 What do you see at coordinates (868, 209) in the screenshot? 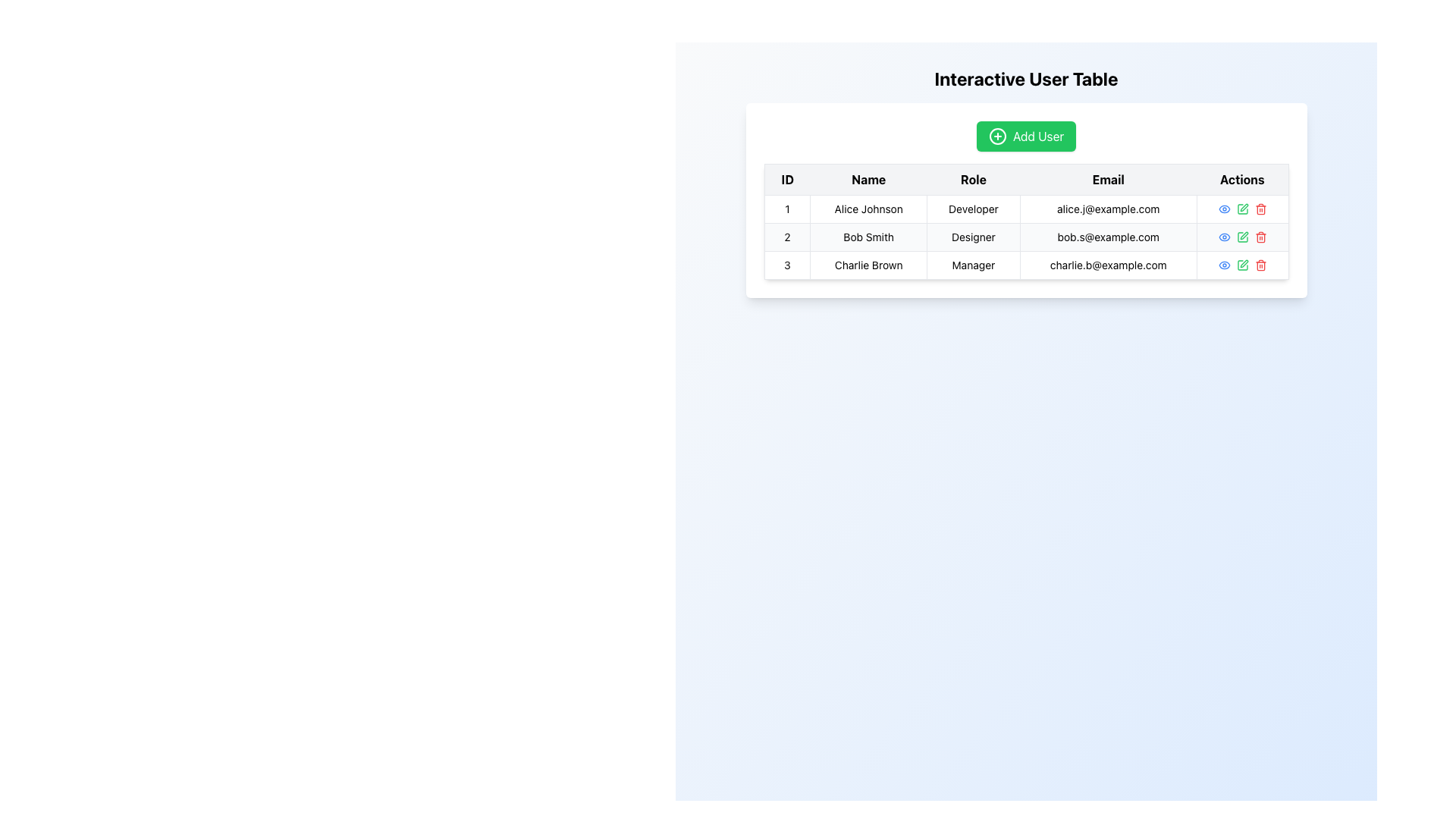
I see `the text label displaying 'Alice Johnson' located in the 'Name' column of the first row of the table` at bounding box center [868, 209].